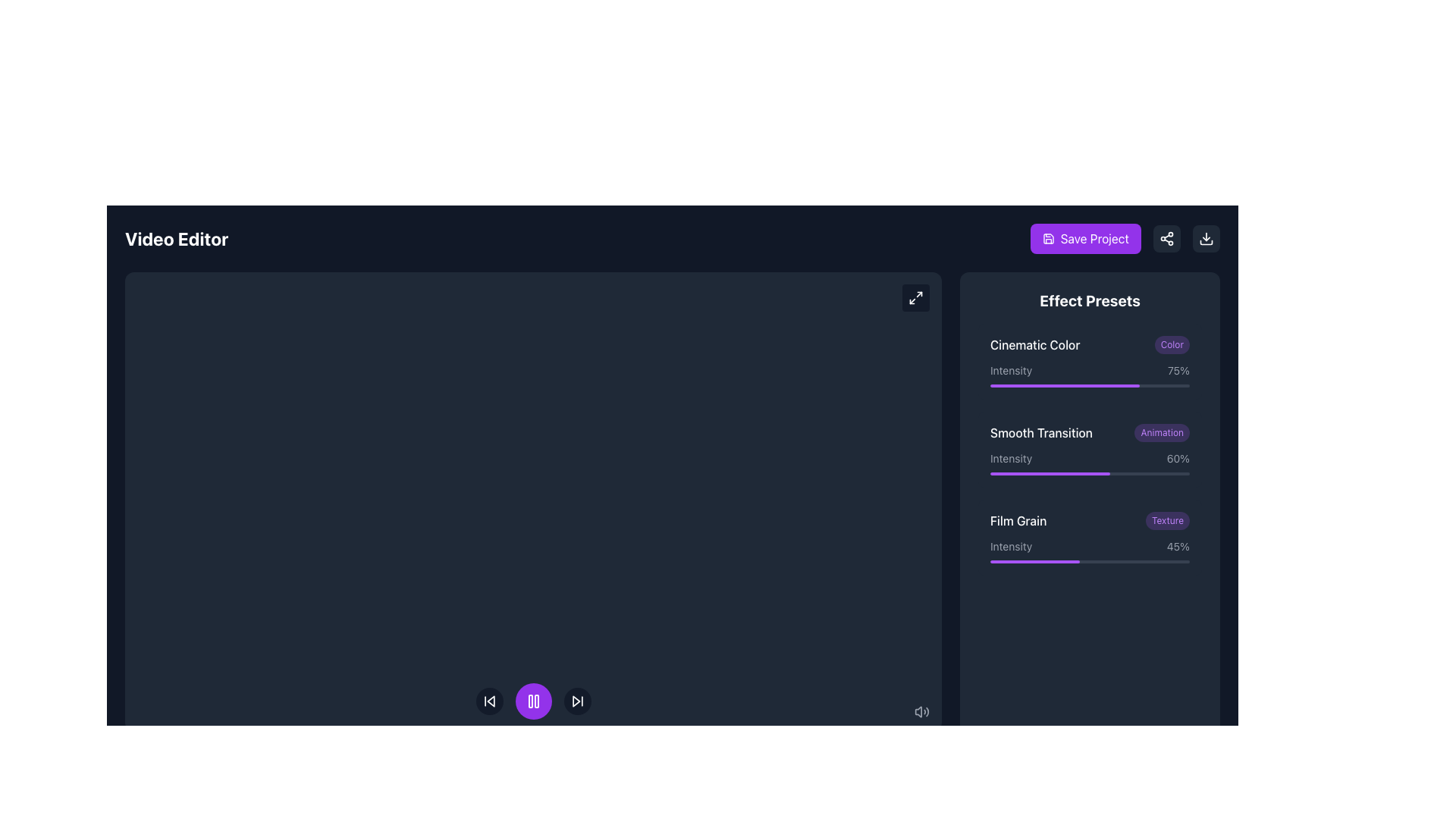 The image size is (1456, 819). I want to click on the circular skip-forward button located at the rightmost side of the control bar, adjacent to the purple play/pause button, so click(576, 701).